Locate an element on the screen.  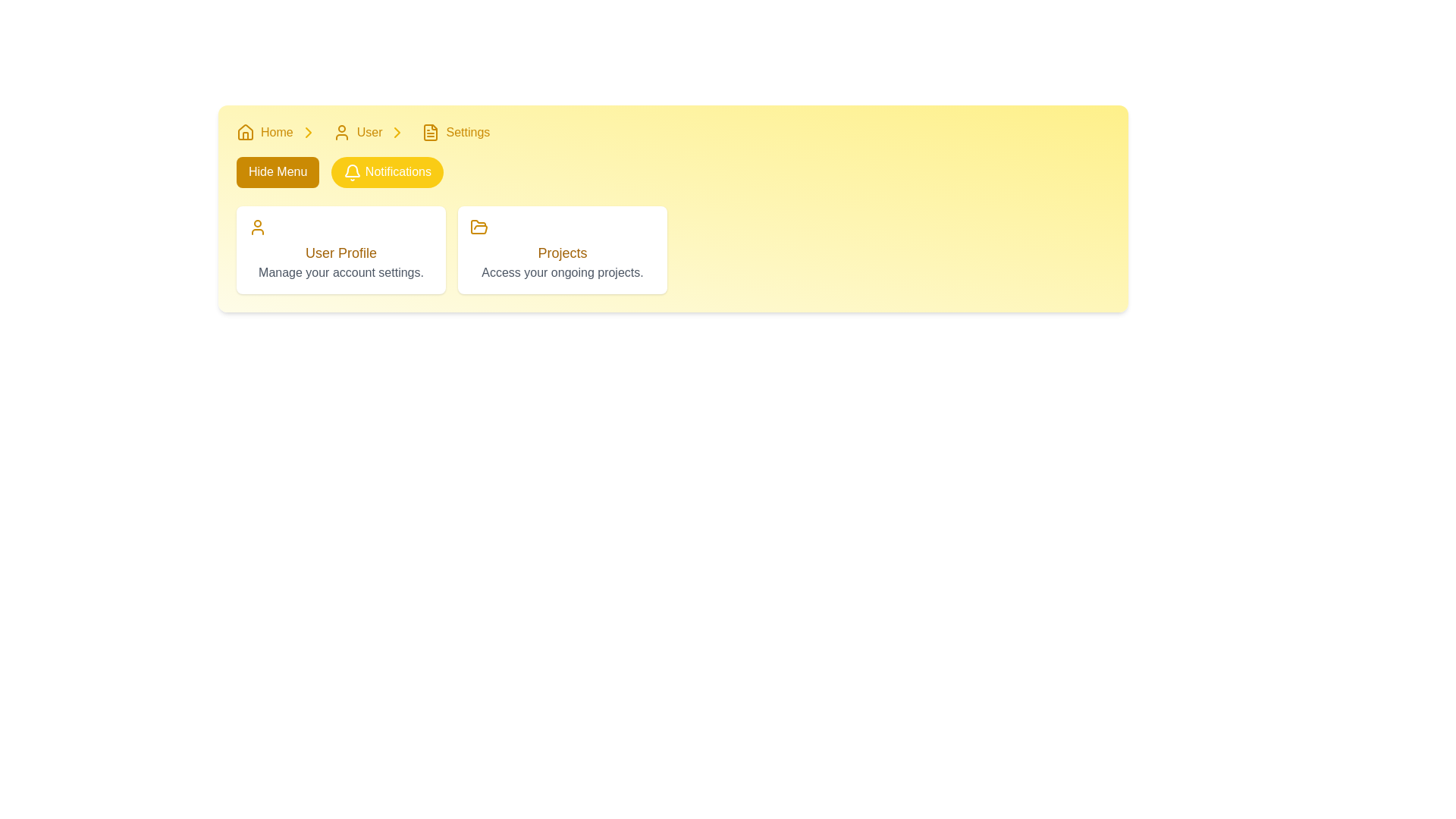
the 'Settings' icon located in the navigation breadcrumb bar, which is positioned to the left of the 'Settings' text and adjacent to other navigation items is located at coordinates (430, 131).